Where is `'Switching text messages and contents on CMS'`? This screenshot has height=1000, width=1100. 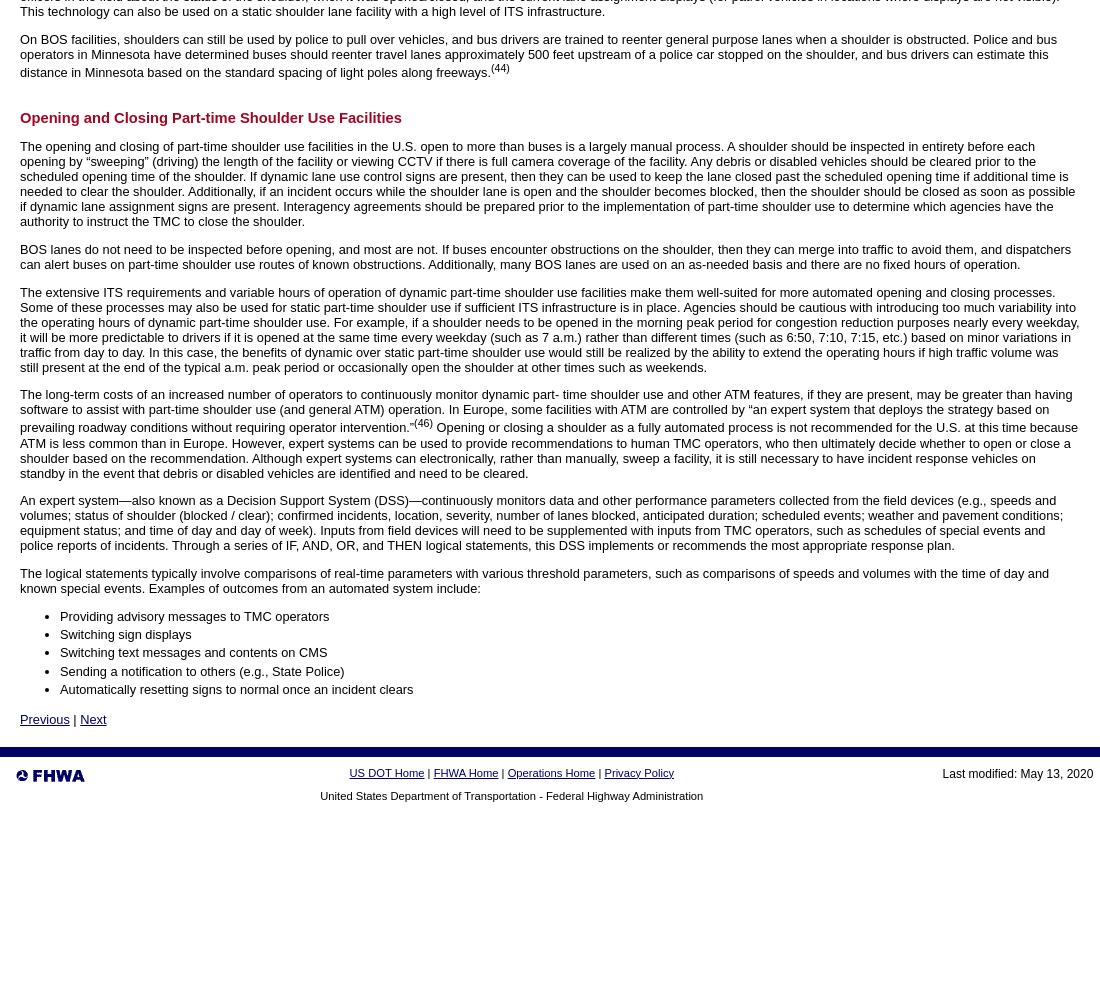
'Switching text messages and contents on CMS' is located at coordinates (192, 652).